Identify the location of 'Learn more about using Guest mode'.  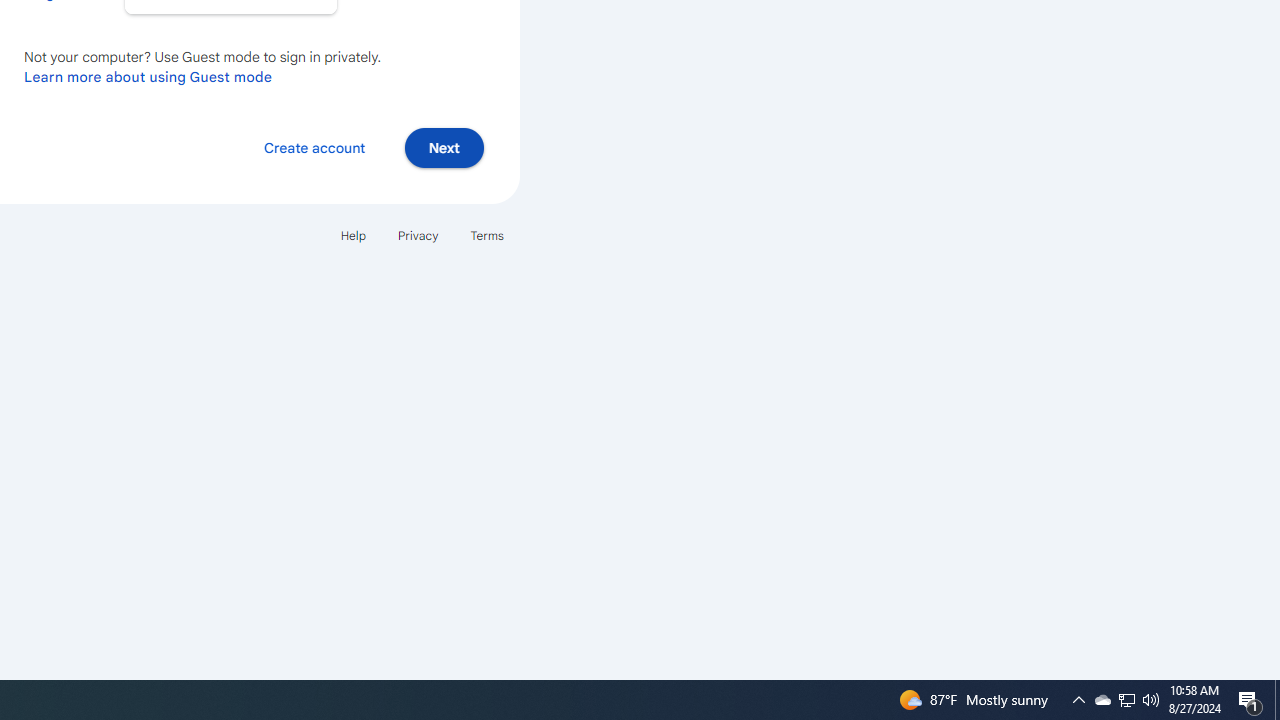
(147, 75).